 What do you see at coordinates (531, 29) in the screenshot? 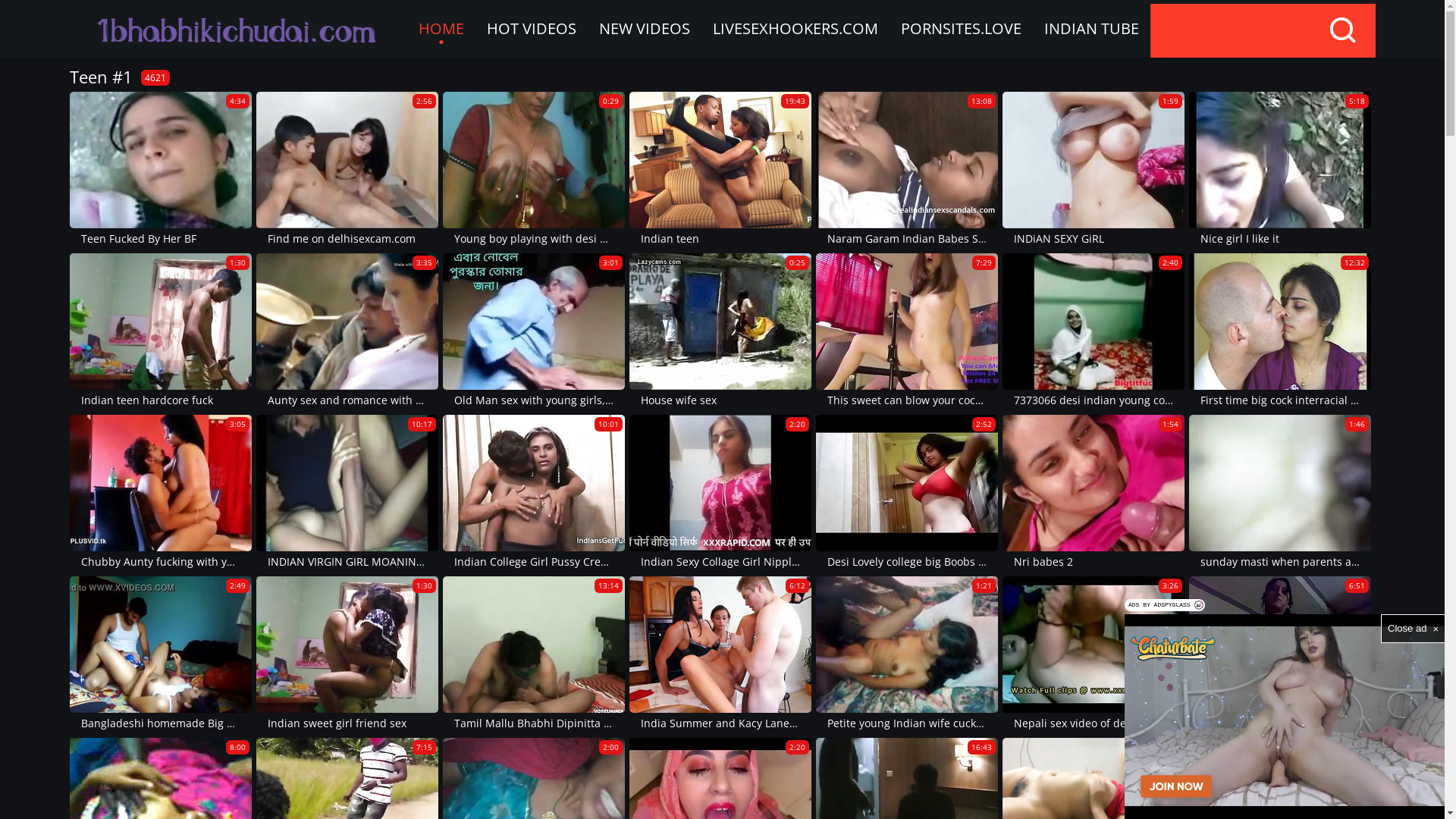
I see `'HOT VIDEOS'` at bounding box center [531, 29].